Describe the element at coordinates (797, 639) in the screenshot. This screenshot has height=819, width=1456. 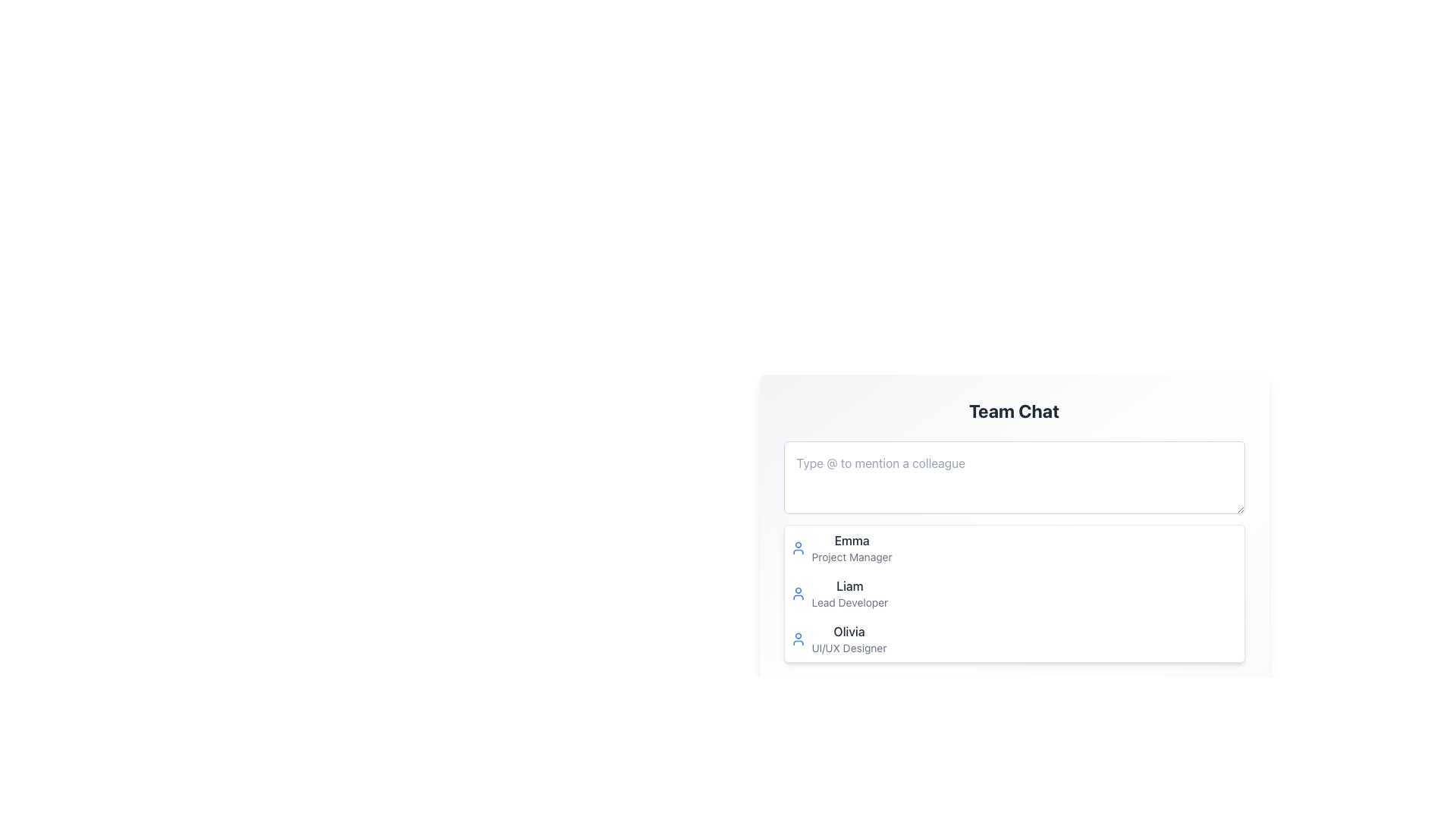
I see `the leftmost icon representing Olivia's user profile, which is positioned next to 'Olivia UI/UX Designer', to invoke an action related to her profile` at that location.